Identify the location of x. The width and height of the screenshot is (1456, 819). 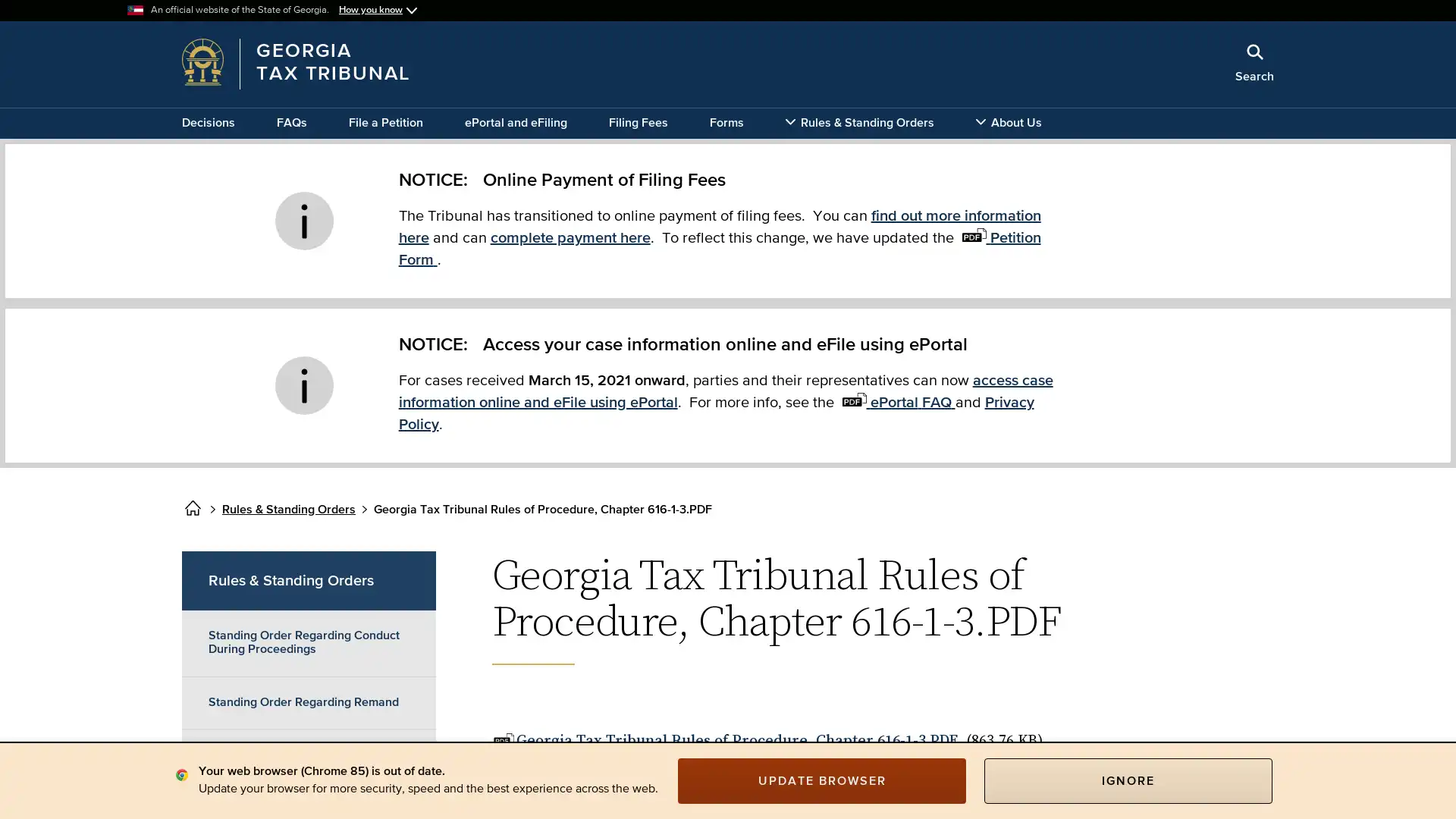
(326, 247).